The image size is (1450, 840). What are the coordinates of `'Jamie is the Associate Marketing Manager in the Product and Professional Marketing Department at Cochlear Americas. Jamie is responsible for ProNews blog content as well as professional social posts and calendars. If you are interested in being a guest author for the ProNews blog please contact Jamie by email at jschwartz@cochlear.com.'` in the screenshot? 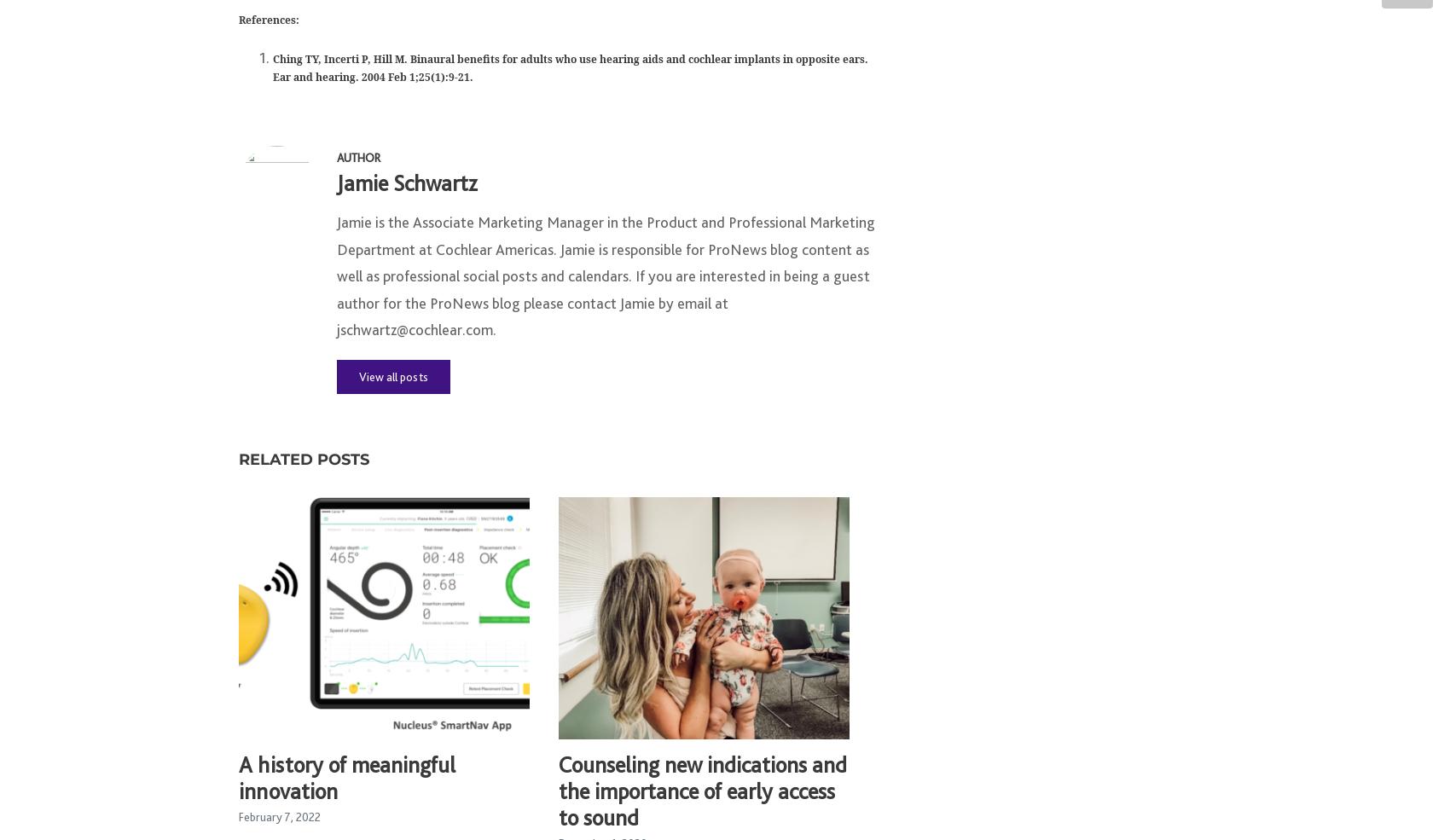 It's located at (606, 284).